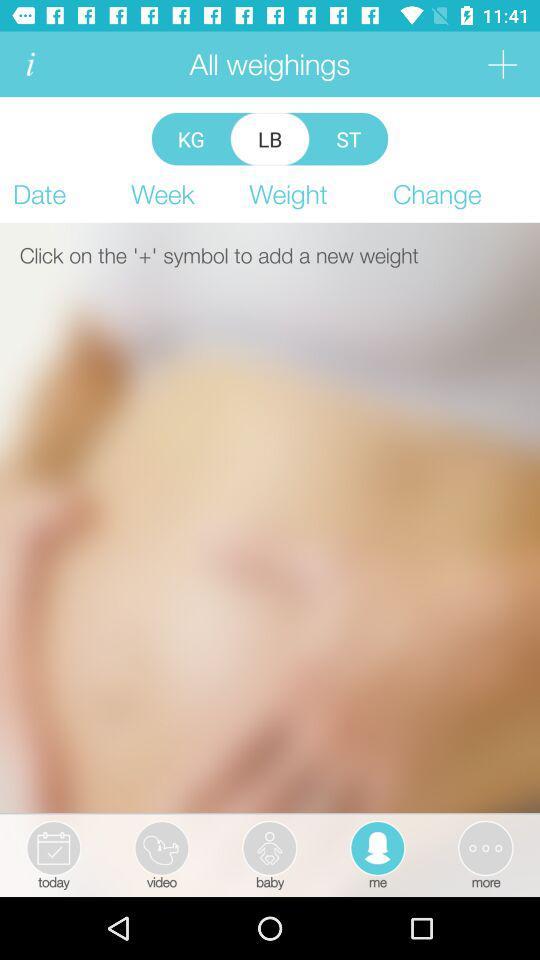 The width and height of the screenshot is (540, 960). What do you see at coordinates (501, 64) in the screenshot?
I see `app above the change` at bounding box center [501, 64].